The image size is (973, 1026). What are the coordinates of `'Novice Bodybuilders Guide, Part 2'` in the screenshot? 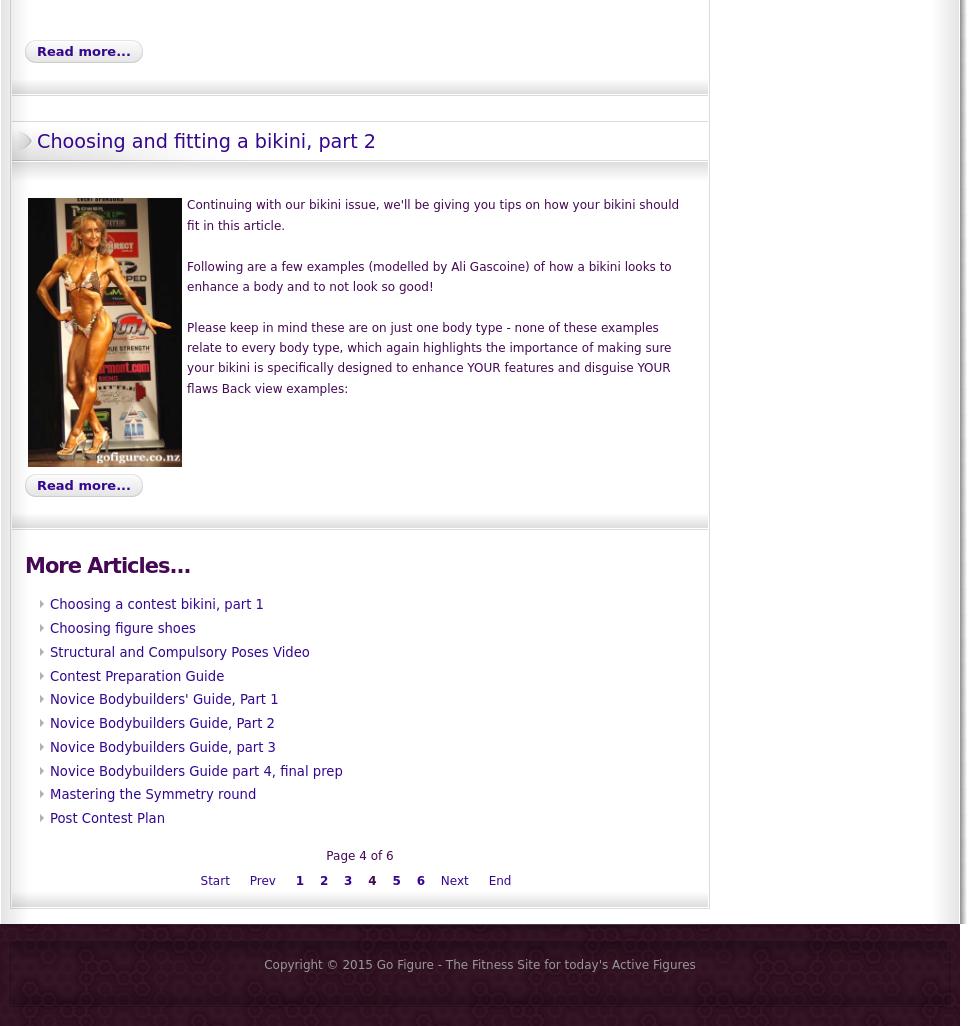 It's located at (162, 723).